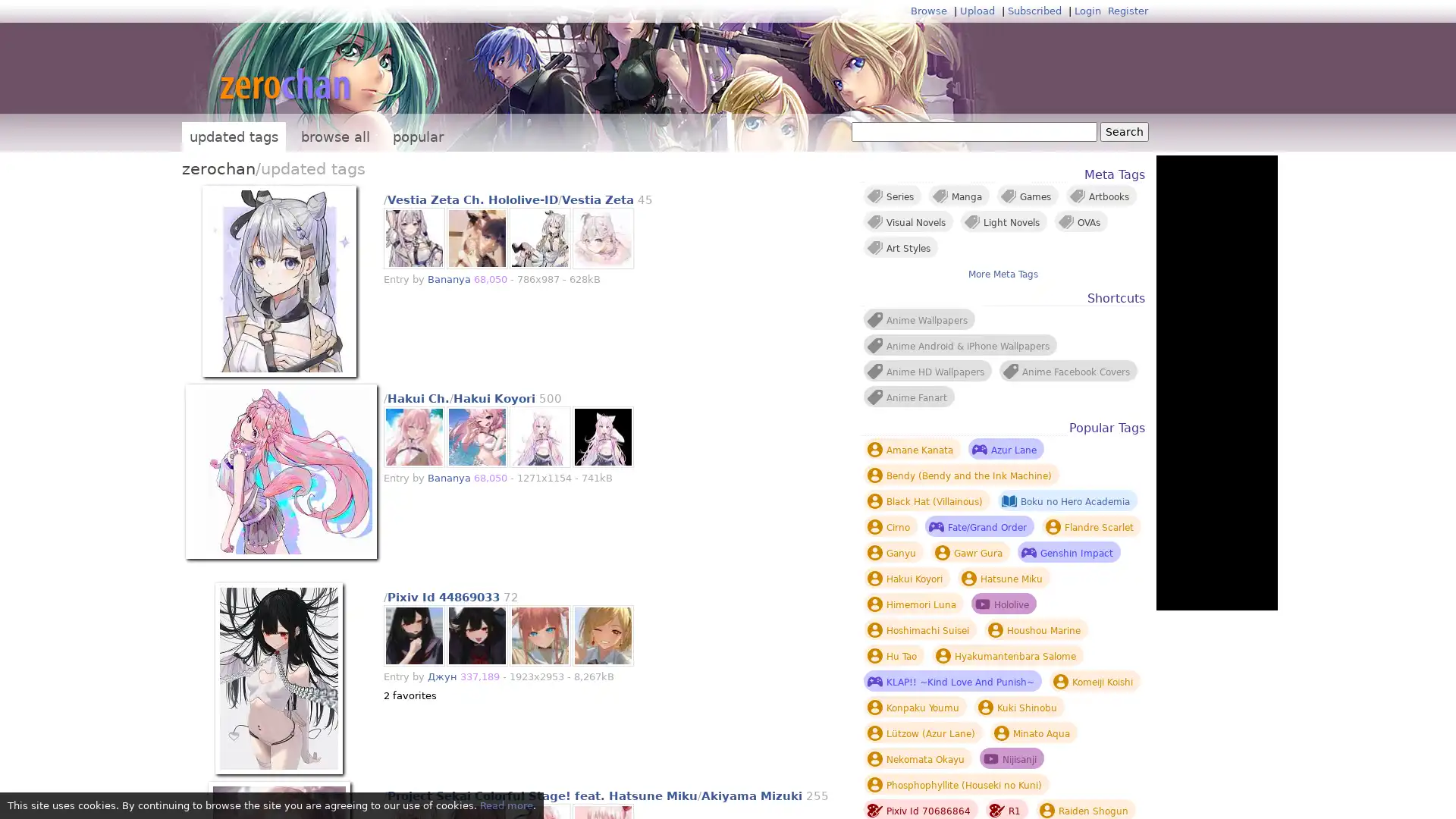 This screenshot has width=1456, height=819. What do you see at coordinates (1125, 130) in the screenshot?
I see `Search` at bounding box center [1125, 130].